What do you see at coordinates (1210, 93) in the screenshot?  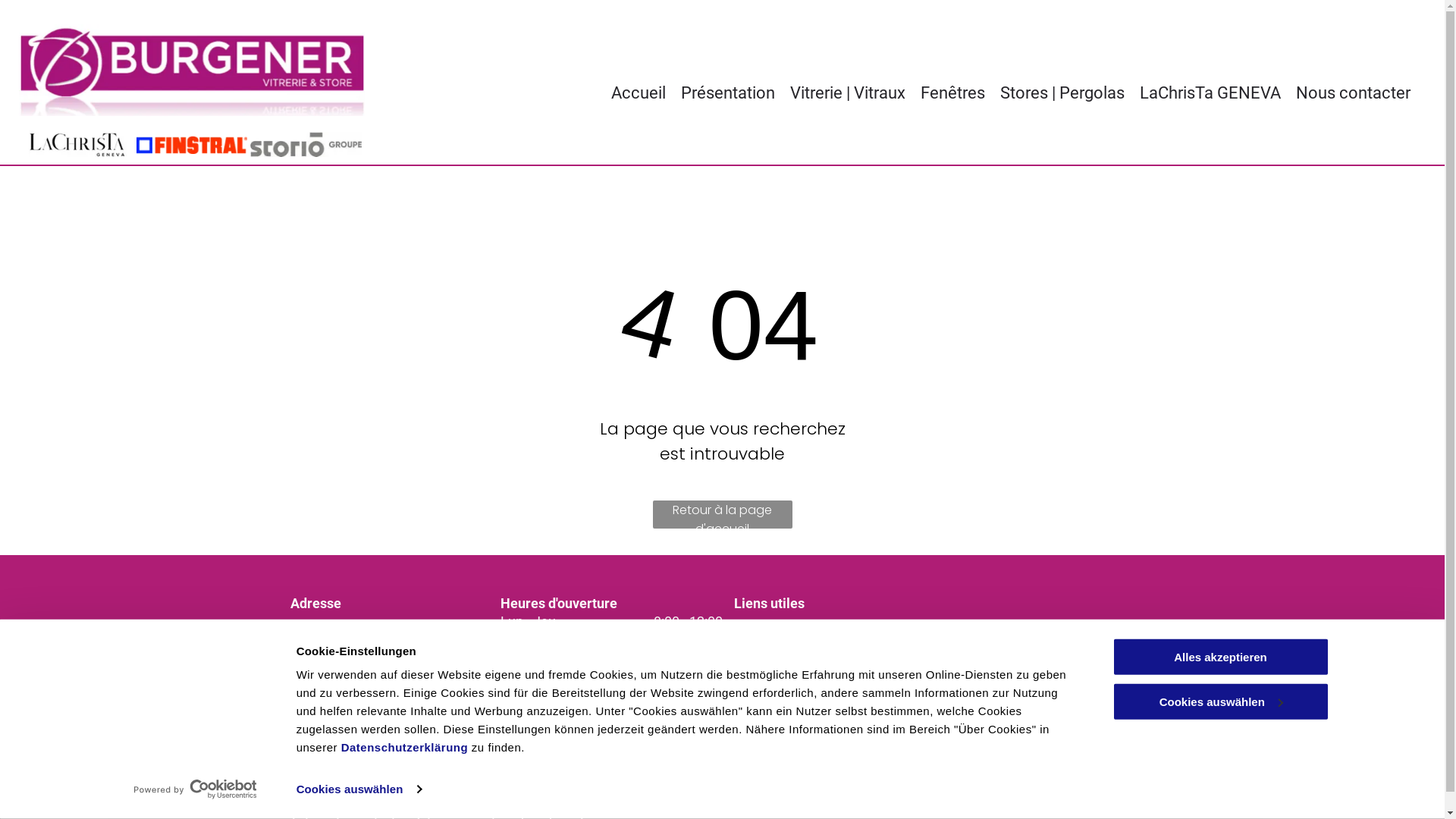 I see `'LaChrisTa GENEVA'` at bounding box center [1210, 93].